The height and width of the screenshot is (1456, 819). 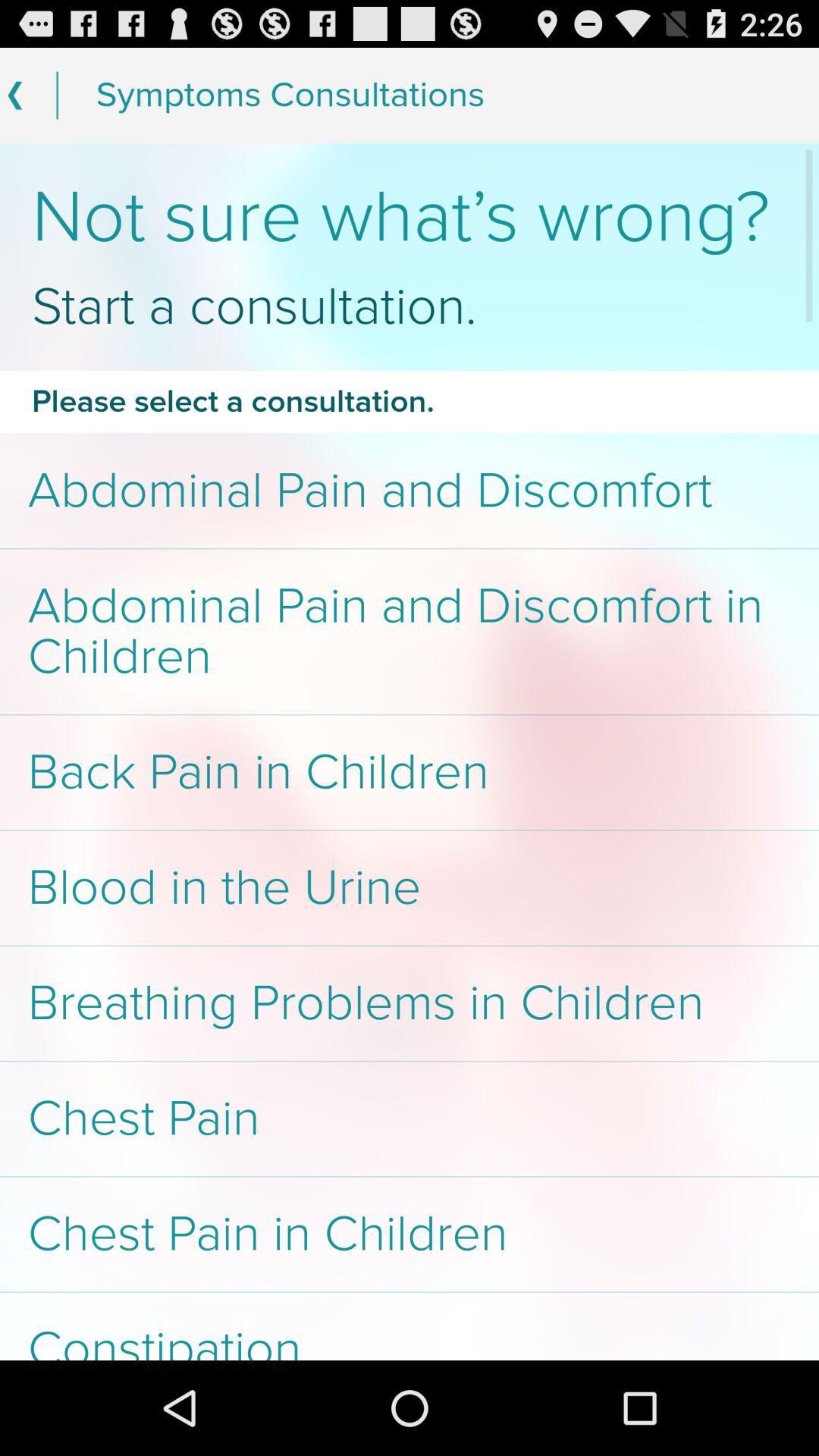 What do you see at coordinates (409, 1003) in the screenshot?
I see `the icon below the blood in the icon` at bounding box center [409, 1003].